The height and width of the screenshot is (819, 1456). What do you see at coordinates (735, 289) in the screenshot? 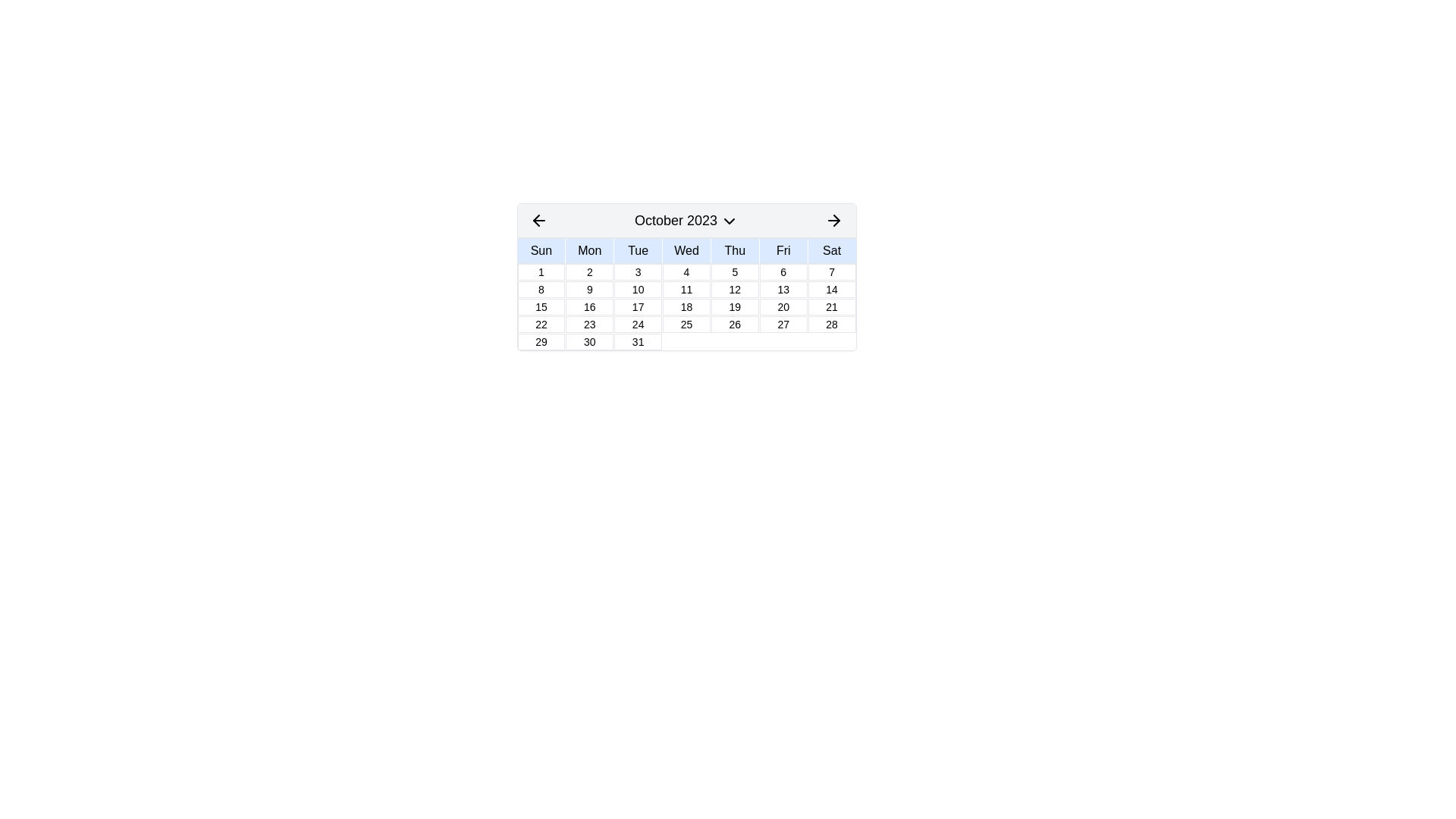
I see `the text label displaying the number '12' in the calendar grid for visual feedback` at bounding box center [735, 289].